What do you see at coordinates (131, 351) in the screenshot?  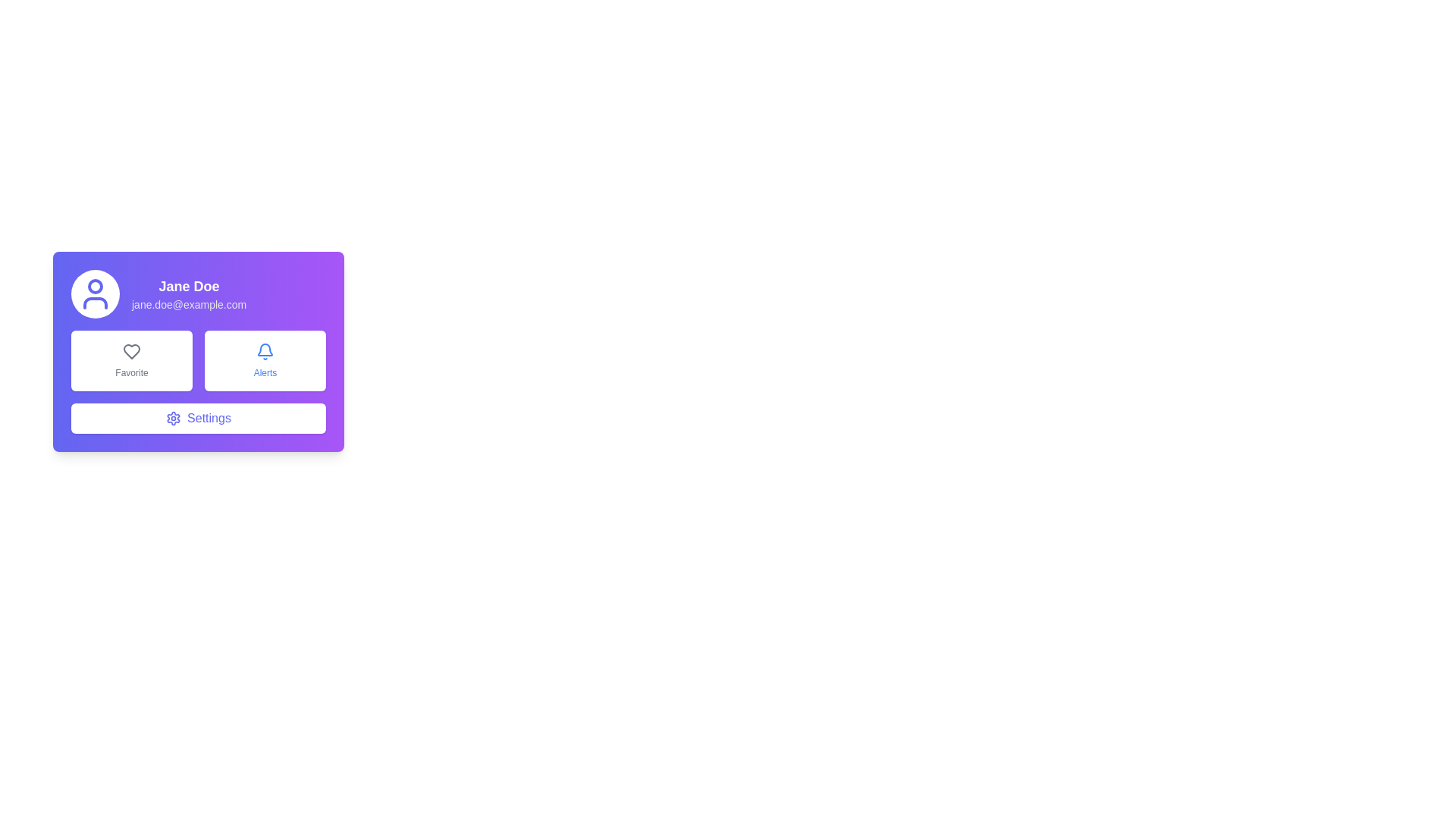 I see `the heart icon, which is a minimalist dark gray SVG graphic positioned above the 'Favorite' label, to potentially favorite or unfavorite an item` at bounding box center [131, 351].